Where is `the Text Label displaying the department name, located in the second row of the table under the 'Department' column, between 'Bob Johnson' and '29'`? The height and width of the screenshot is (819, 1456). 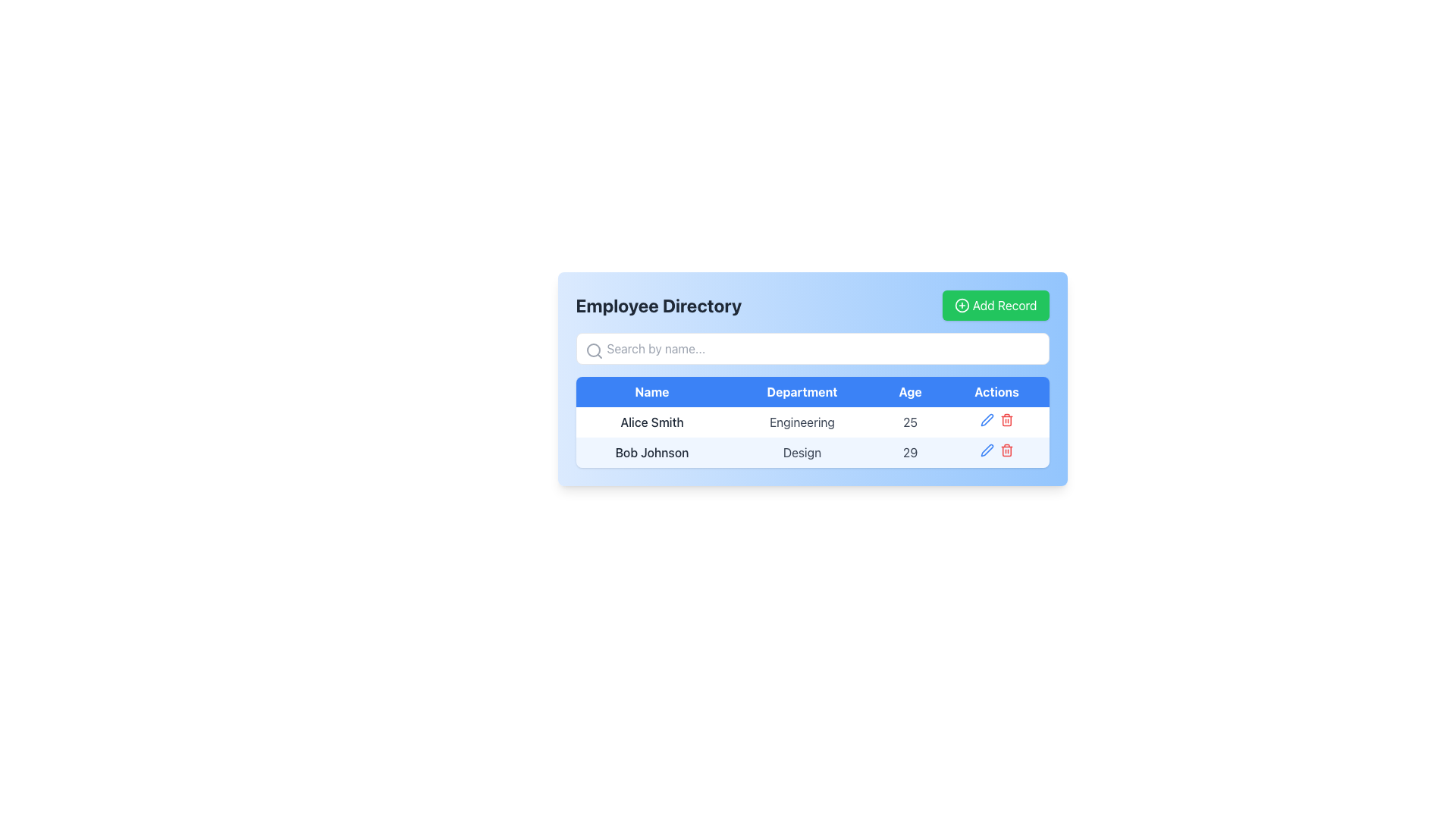 the Text Label displaying the department name, located in the second row of the table under the 'Department' column, between 'Bob Johnson' and '29' is located at coordinates (801, 452).